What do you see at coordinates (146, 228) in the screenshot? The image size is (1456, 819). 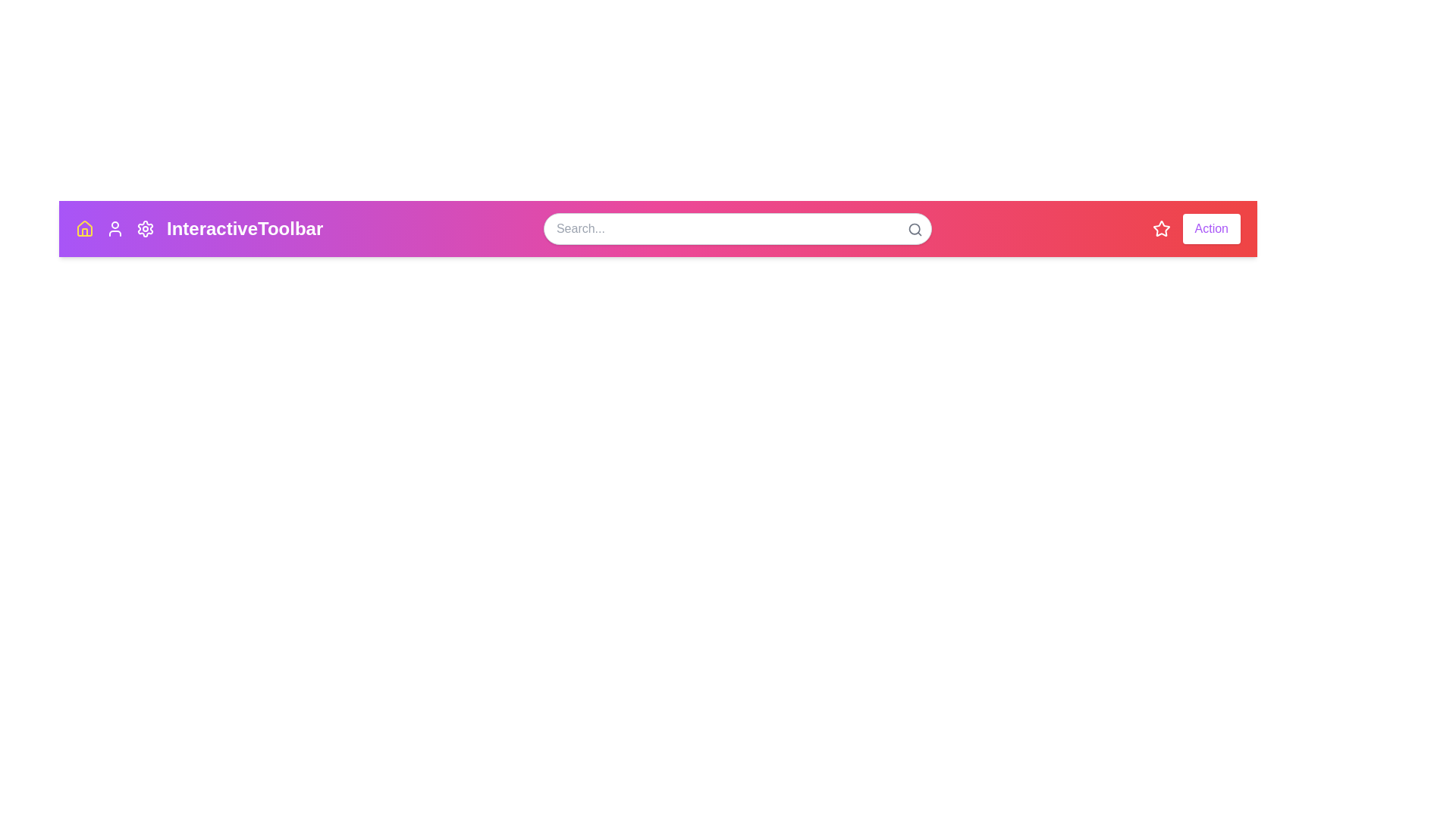 I see `the Settings icon to switch the active tab` at bounding box center [146, 228].